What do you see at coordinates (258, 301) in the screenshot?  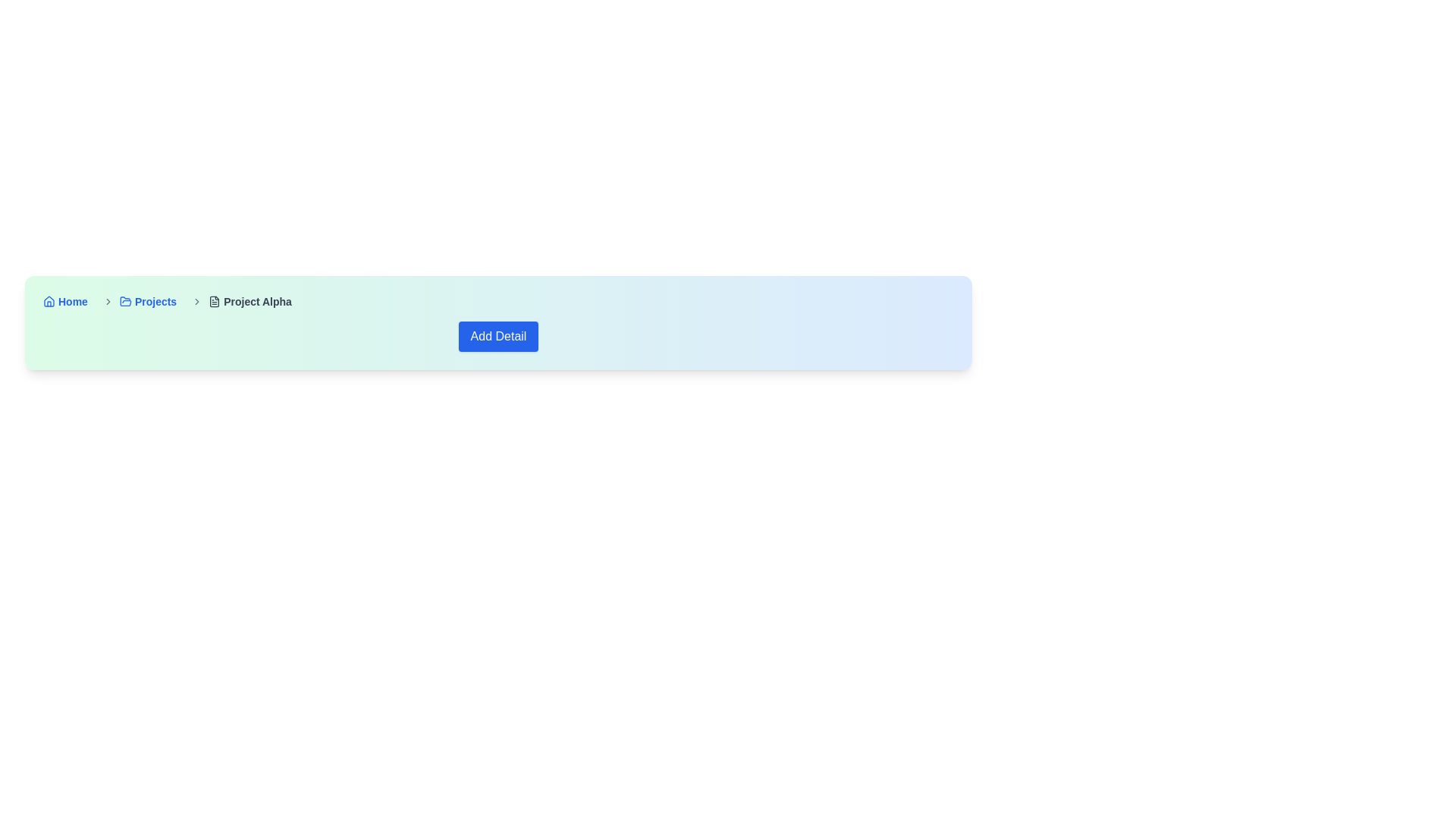 I see `text content of the label displaying the current project title in the breadcrumb navigation, located at the lower-center of the interface` at bounding box center [258, 301].